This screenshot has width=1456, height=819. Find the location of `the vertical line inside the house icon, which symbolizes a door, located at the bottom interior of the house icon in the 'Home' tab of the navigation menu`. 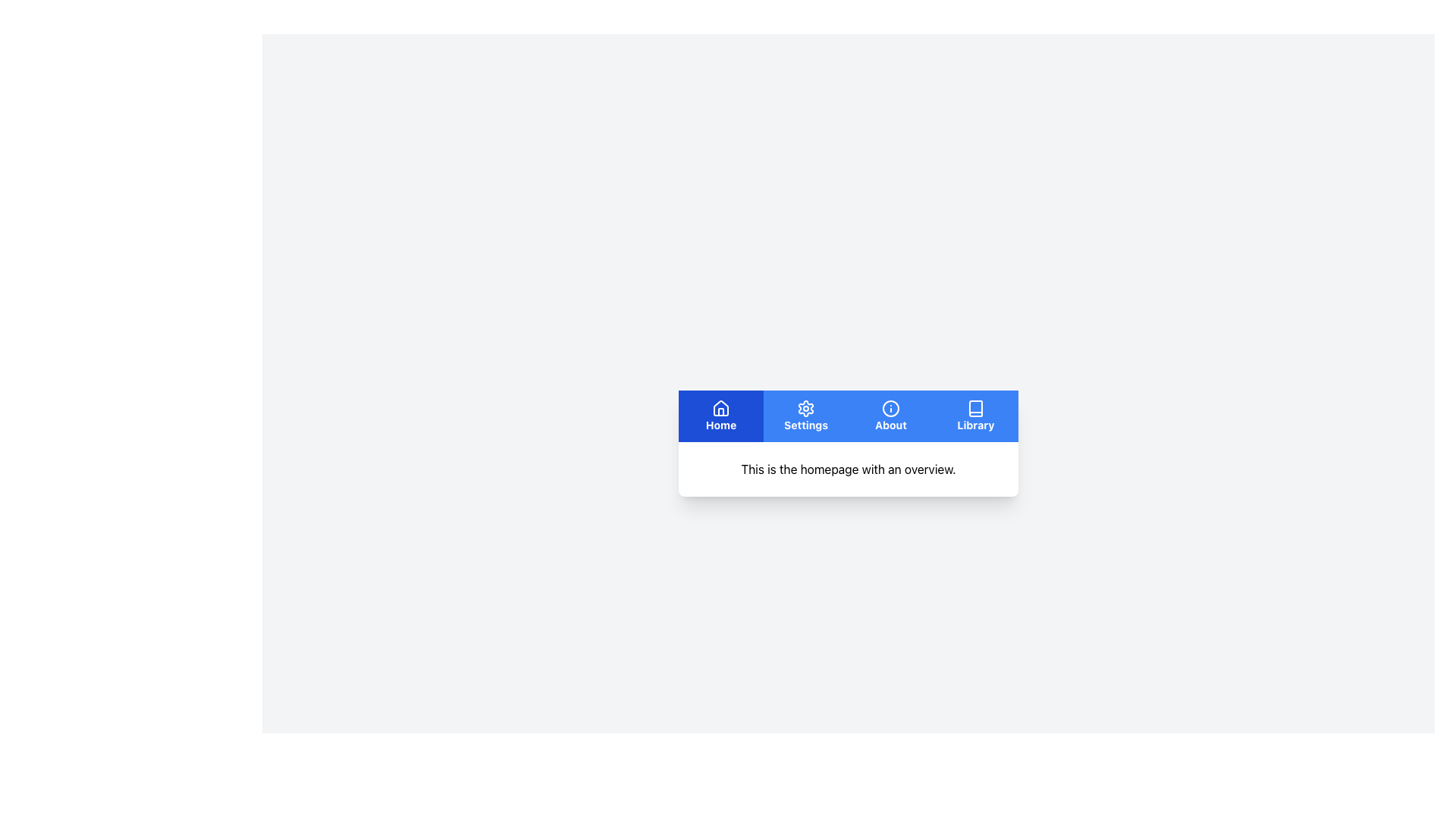

the vertical line inside the house icon, which symbolizes a door, located at the bottom interior of the house icon in the 'Home' tab of the navigation menu is located at coordinates (720, 412).